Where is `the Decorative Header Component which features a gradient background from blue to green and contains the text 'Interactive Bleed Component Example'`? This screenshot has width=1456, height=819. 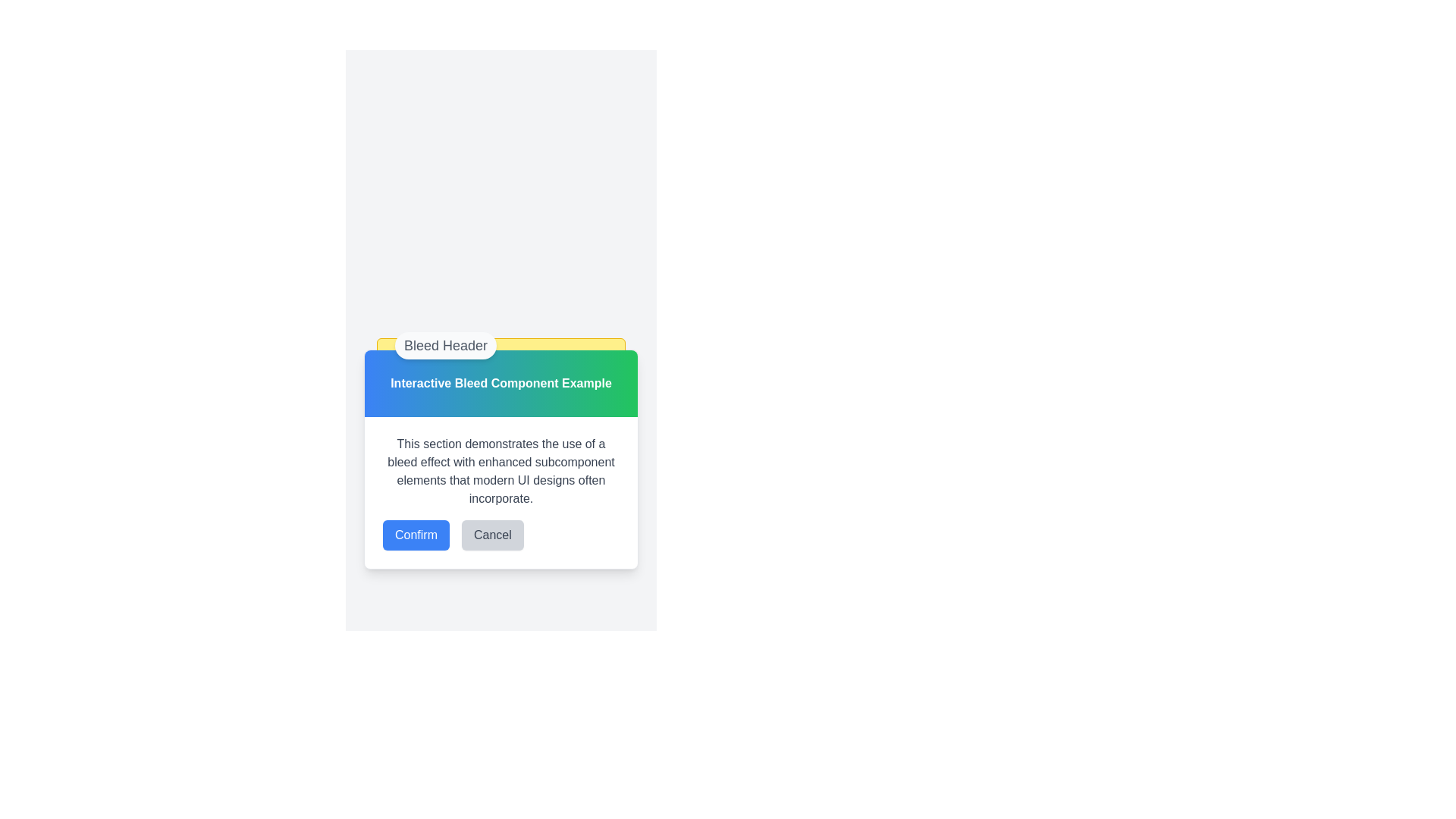
the Decorative Header Component which features a gradient background from blue to green and contains the text 'Interactive Bleed Component Example' is located at coordinates (501, 382).